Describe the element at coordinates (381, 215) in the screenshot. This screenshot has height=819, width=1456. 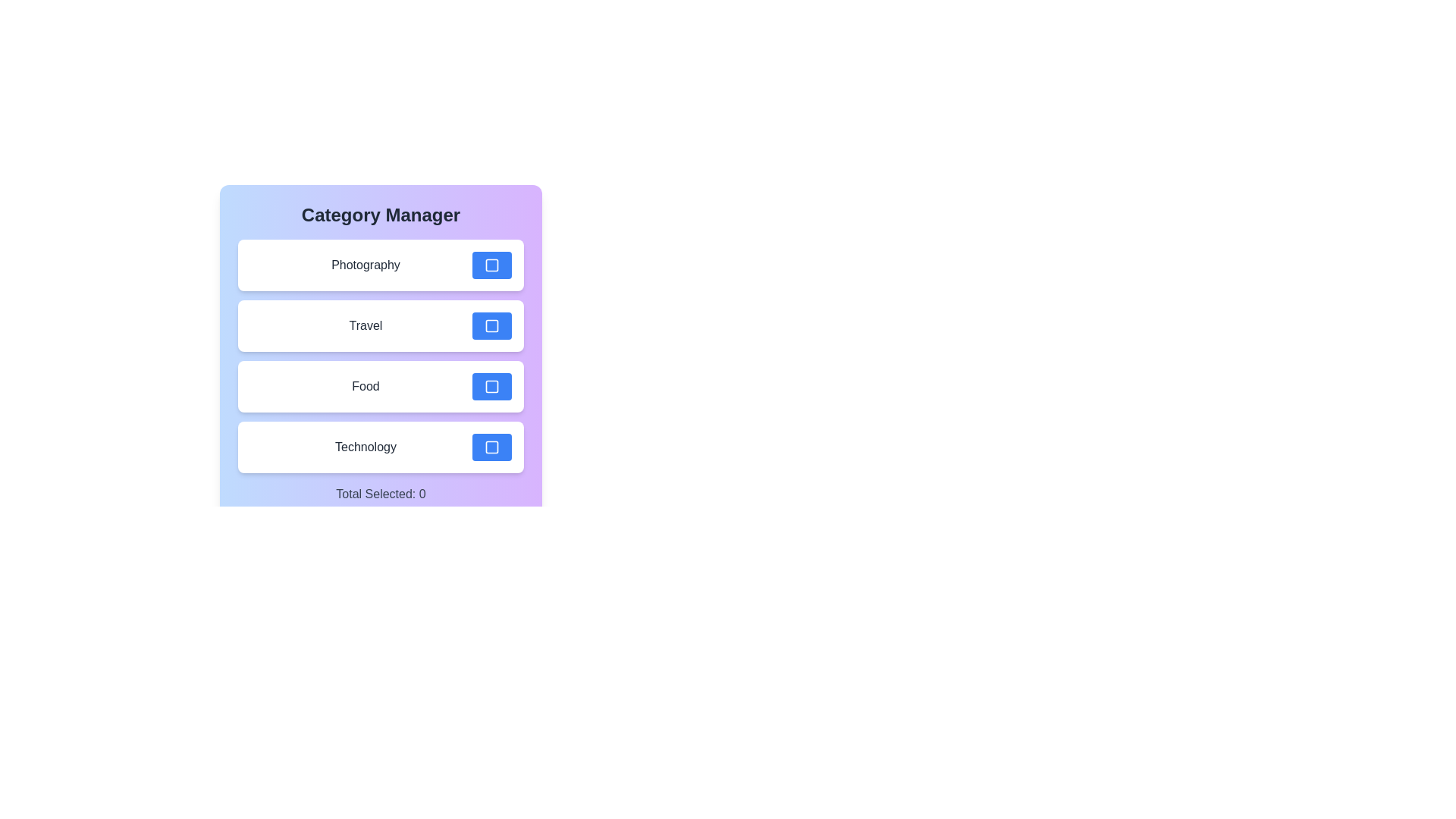
I see `the title 'Category Manager' to focus on the header area` at that location.